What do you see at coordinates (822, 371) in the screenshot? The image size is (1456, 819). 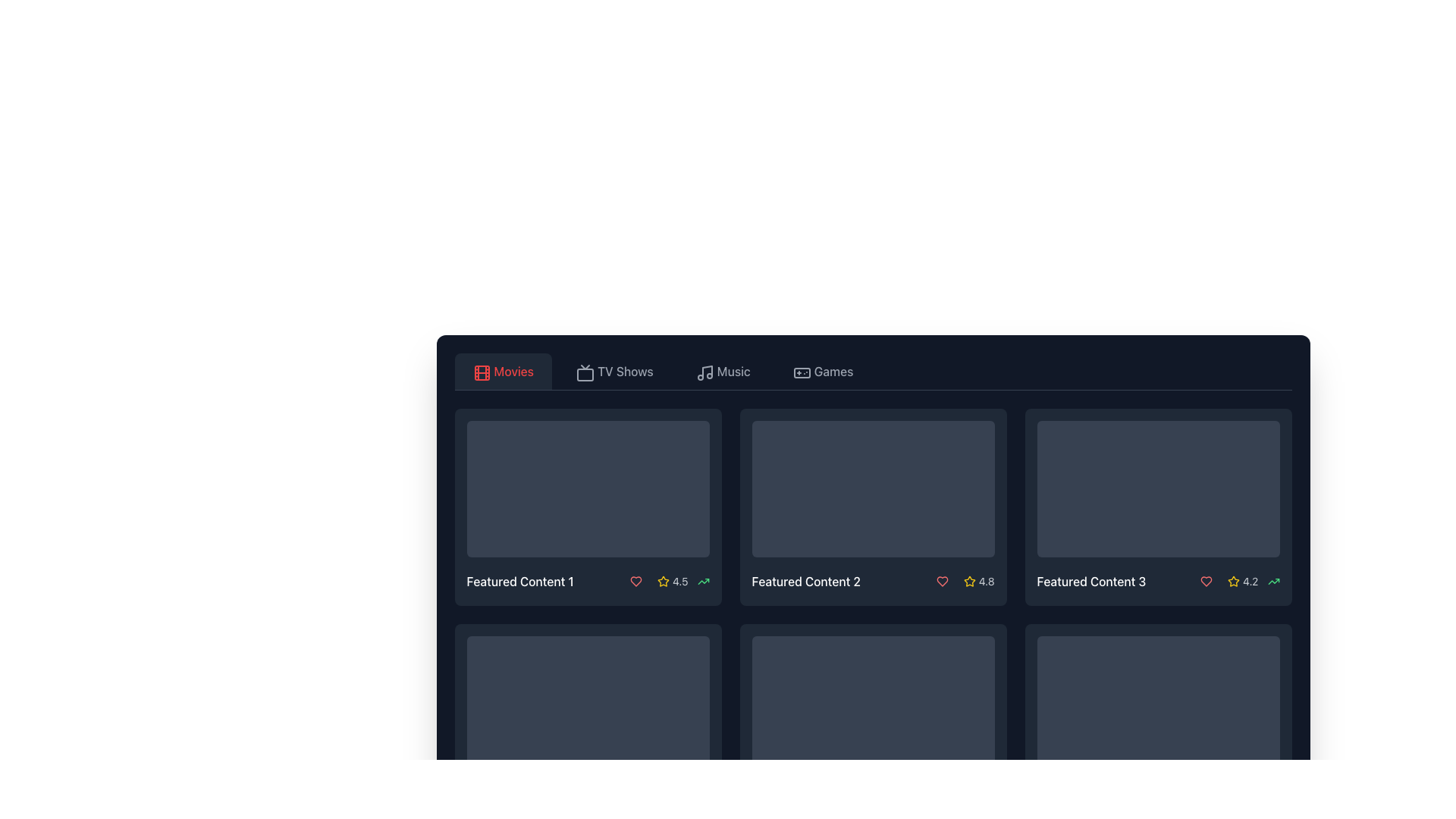 I see `the navigation button that directs users to gaming content, located as the fourth item in the top navigation bar` at bounding box center [822, 371].